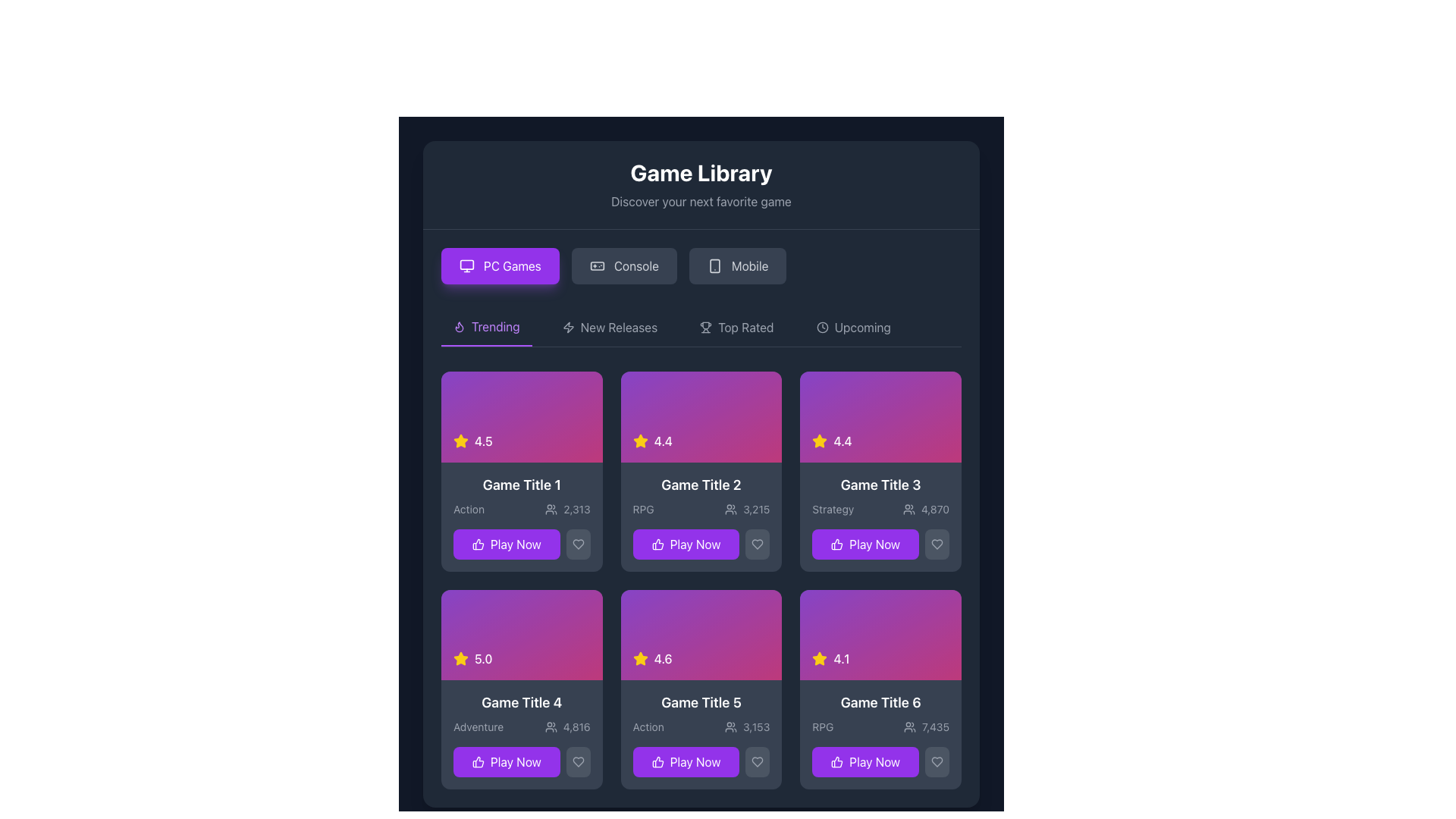 The image size is (1456, 819). Describe the element at coordinates (701, 327) in the screenshot. I see `the 'Top Rated' navigational tab element, which is the third option in a horizontal menu located below the main category buttons in the 'Game Library' interface` at that location.